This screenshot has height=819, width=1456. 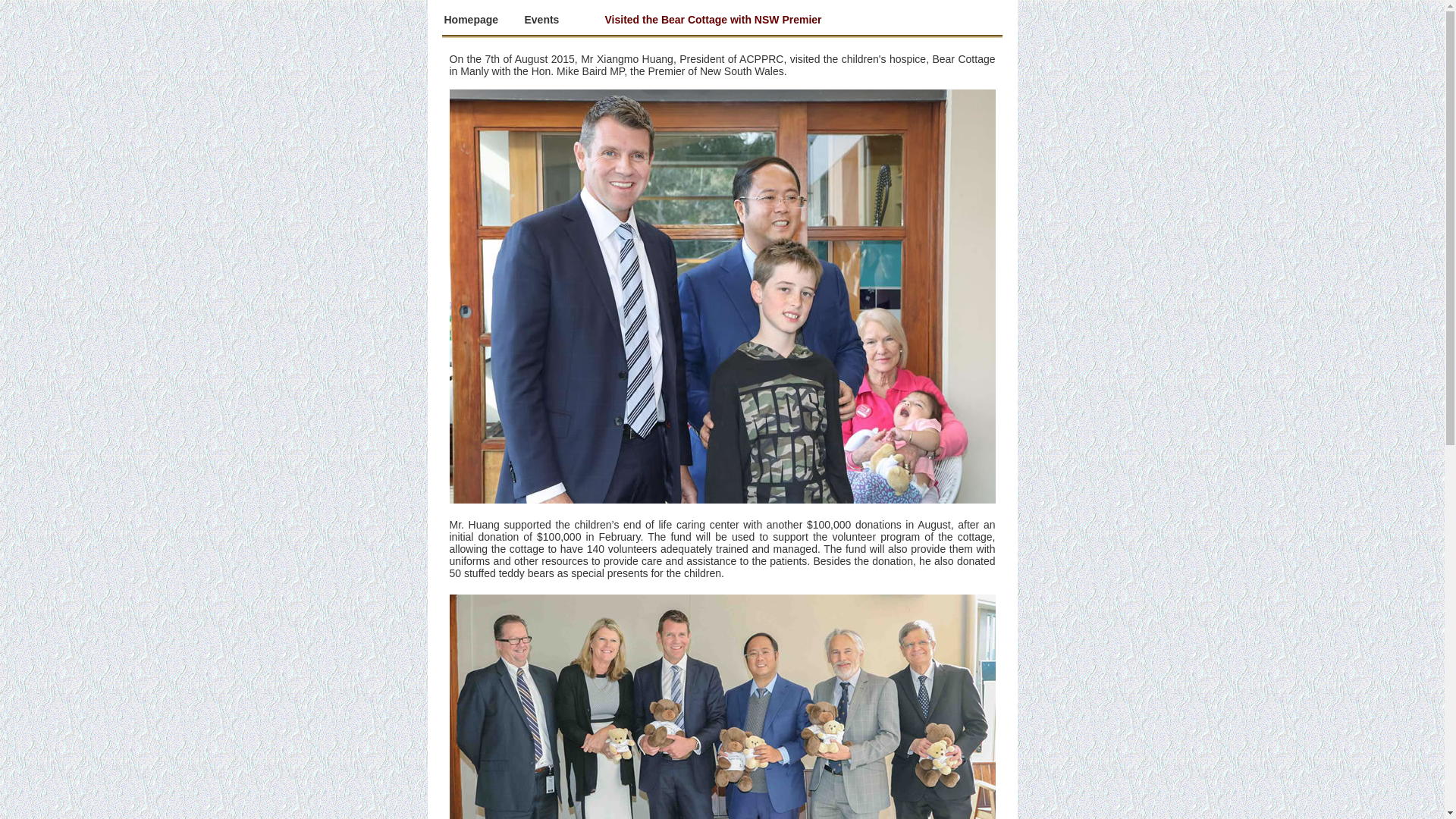 What do you see at coordinates (443, 20) in the screenshot?
I see `'Homepage'` at bounding box center [443, 20].